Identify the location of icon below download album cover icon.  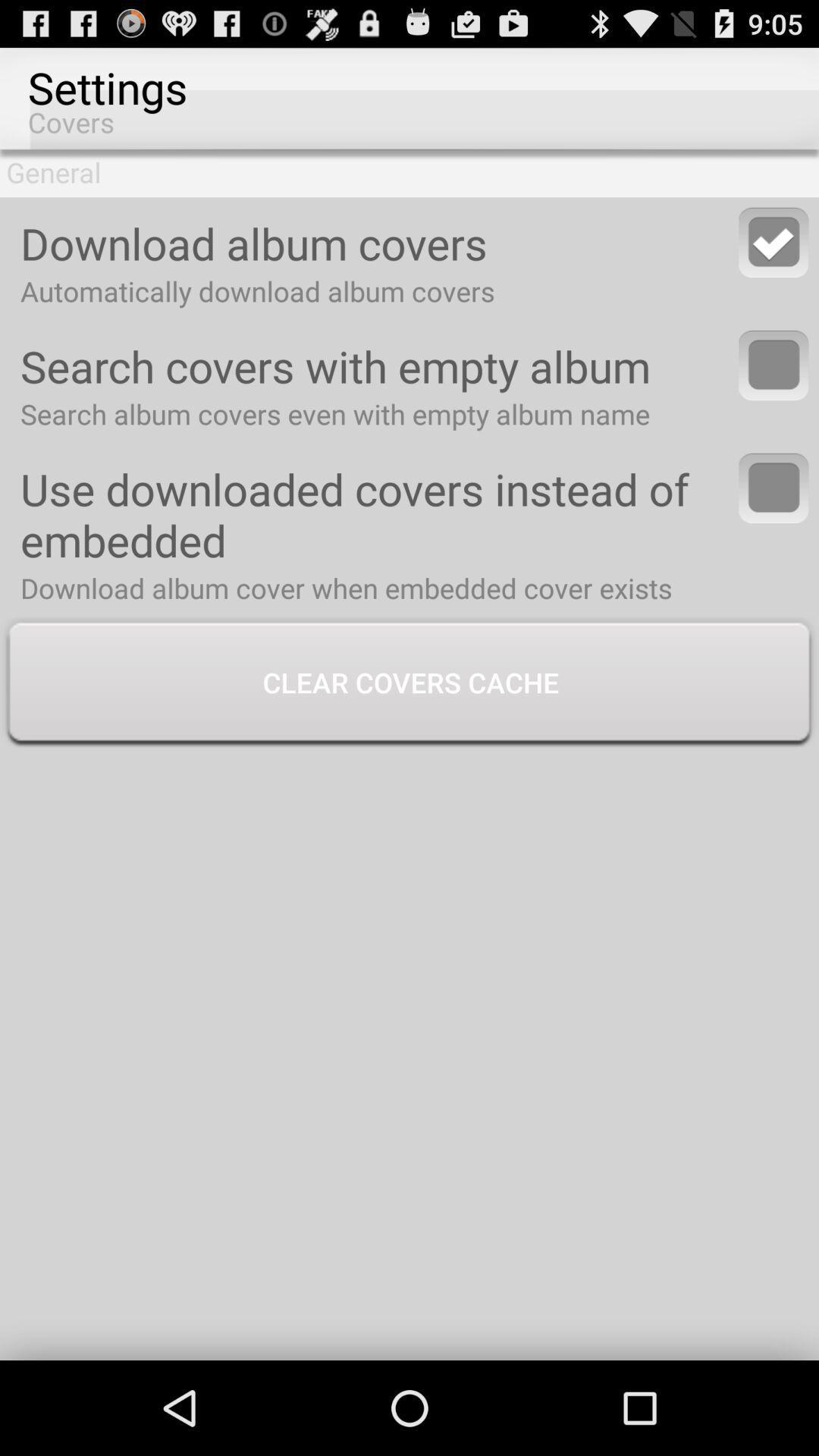
(409, 683).